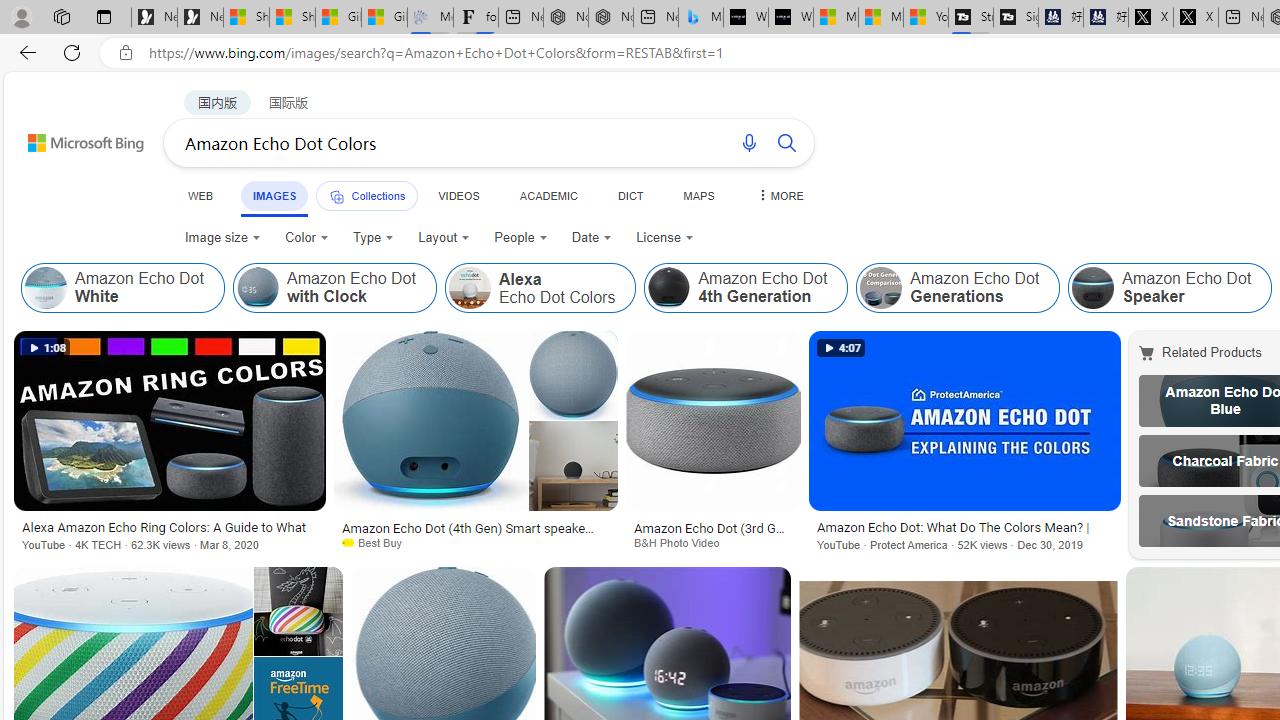  Describe the element at coordinates (540, 288) in the screenshot. I see `'Alexa Echo Dot Colors'` at that location.